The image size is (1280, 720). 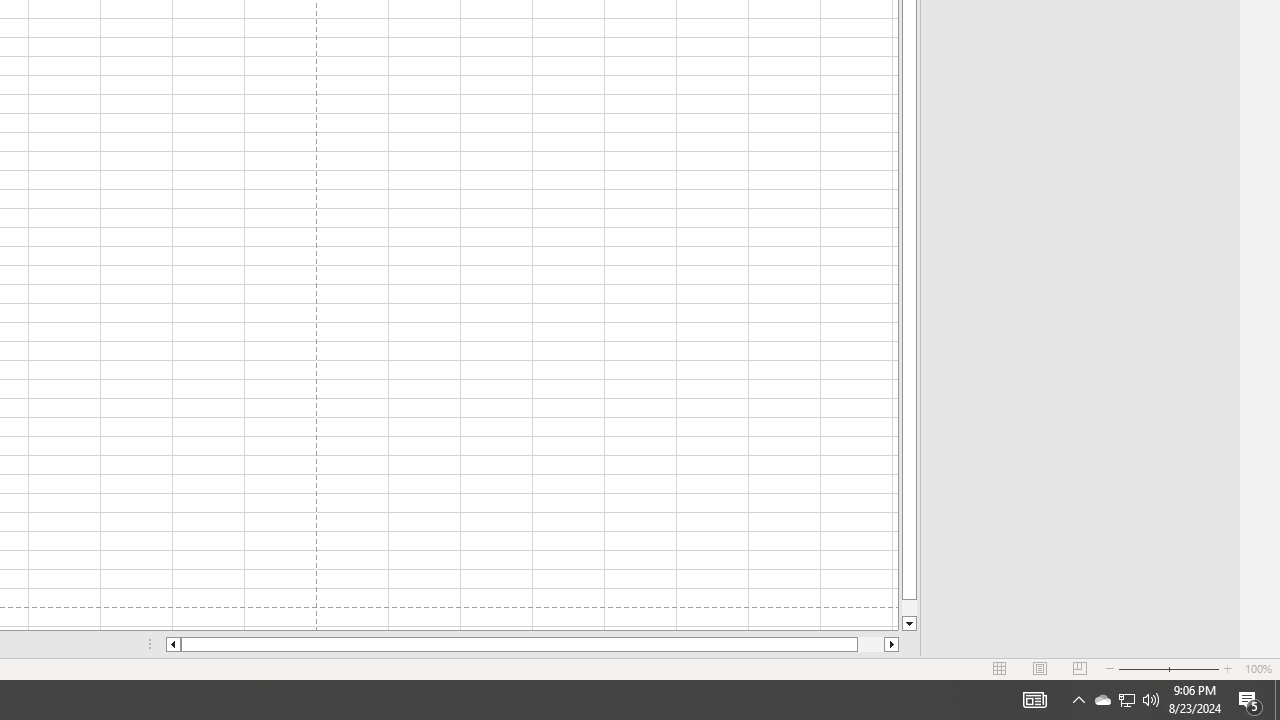 What do you see at coordinates (1168, 669) in the screenshot?
I see `'Zoom'` at bounding box center [1168, 669].